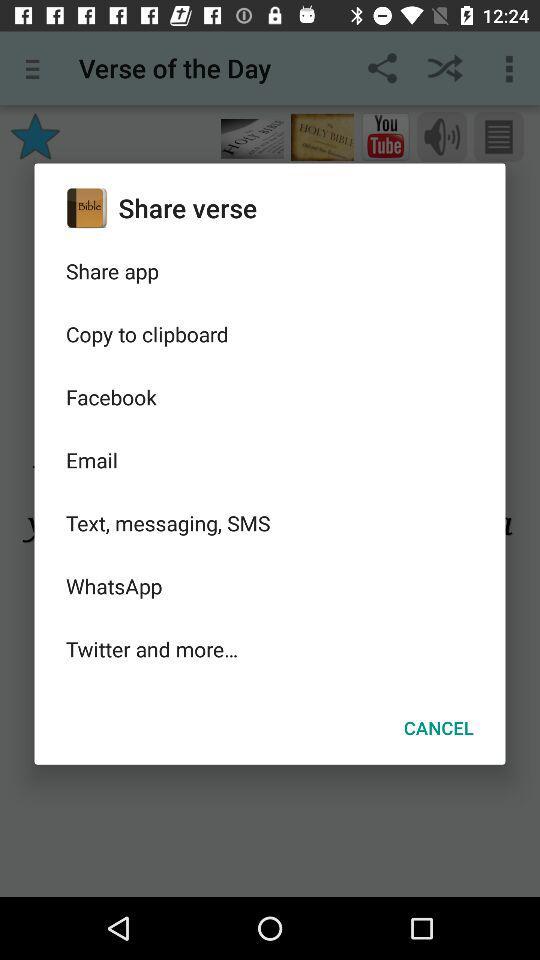  What do you see at coordinates (437, 726) in the screenshot?
I see `the cancel` at bounding box center [437, 726].